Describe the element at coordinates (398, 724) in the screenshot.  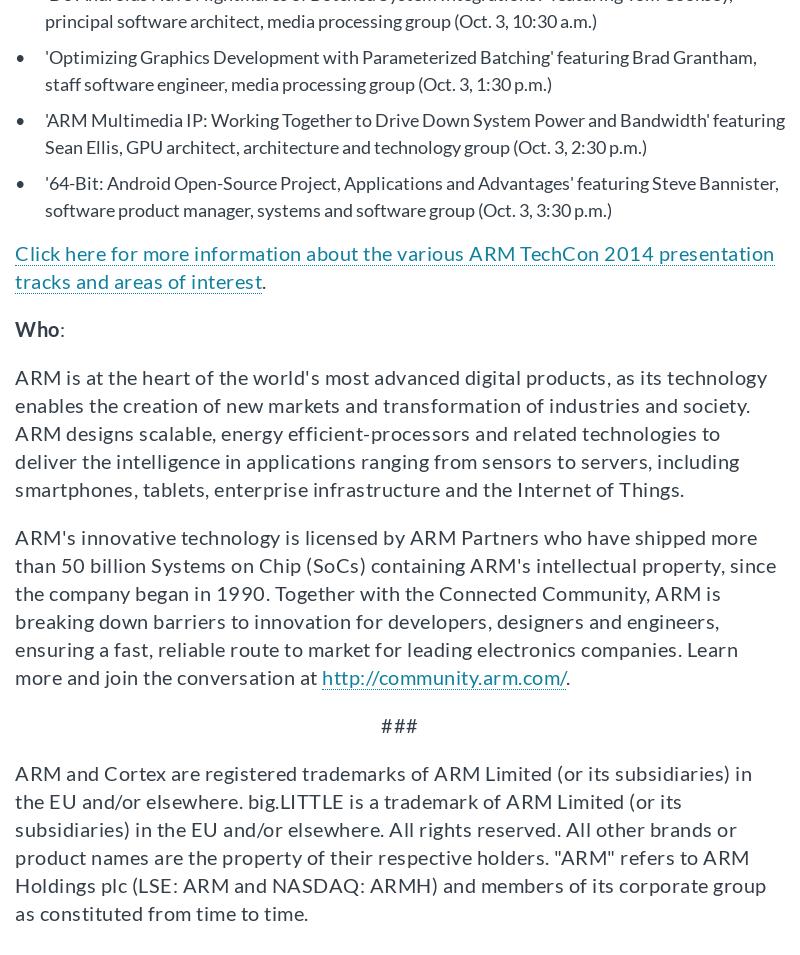
I see `'###'` at that location.